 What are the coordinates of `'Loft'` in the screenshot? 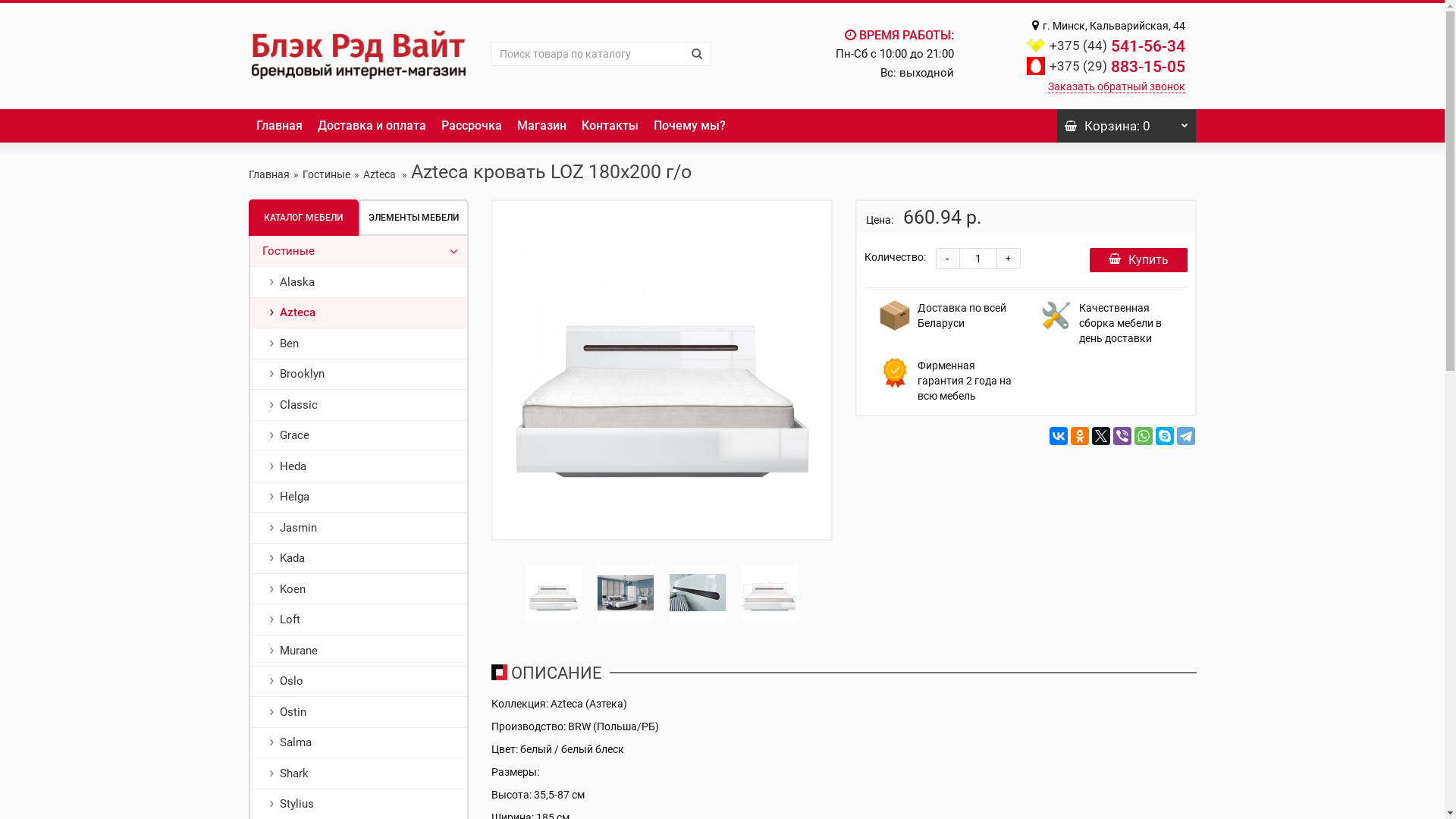 It's located at (250, 620).